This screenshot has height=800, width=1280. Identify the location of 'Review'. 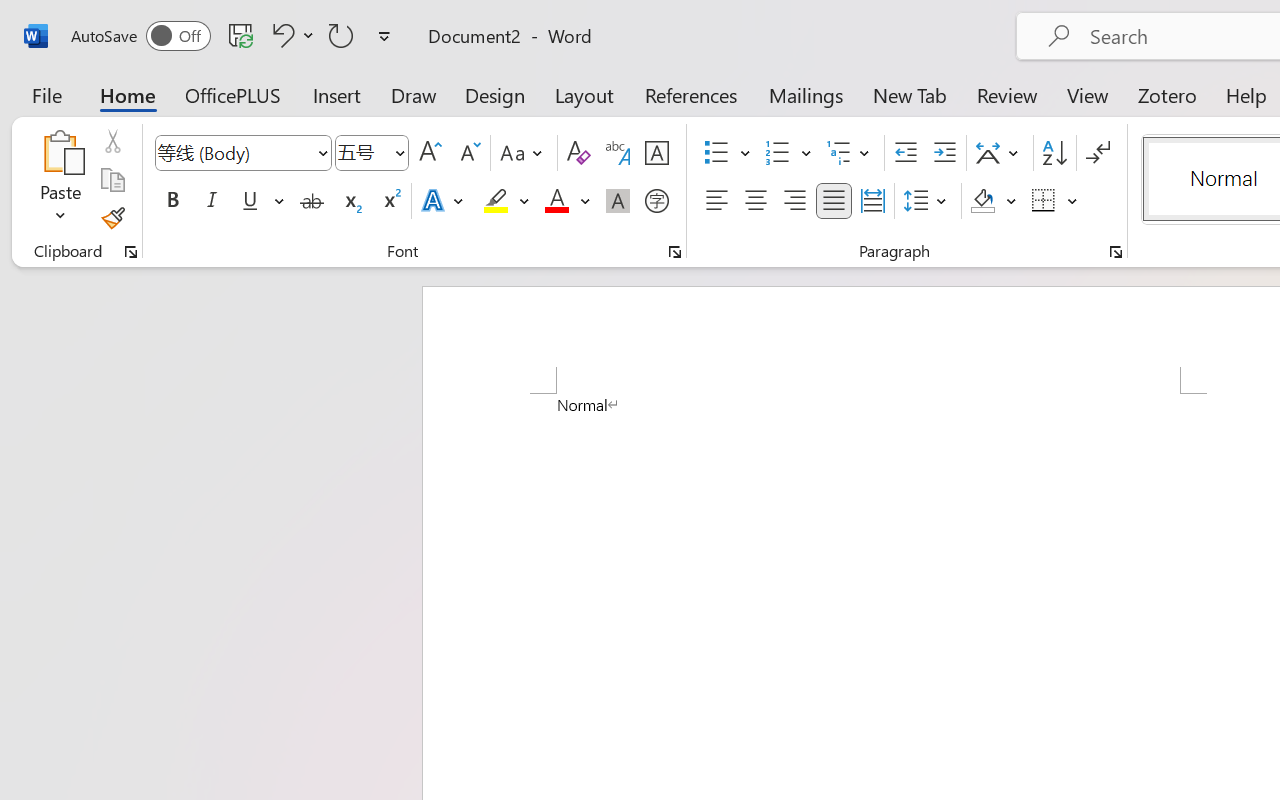
(1007, 94).